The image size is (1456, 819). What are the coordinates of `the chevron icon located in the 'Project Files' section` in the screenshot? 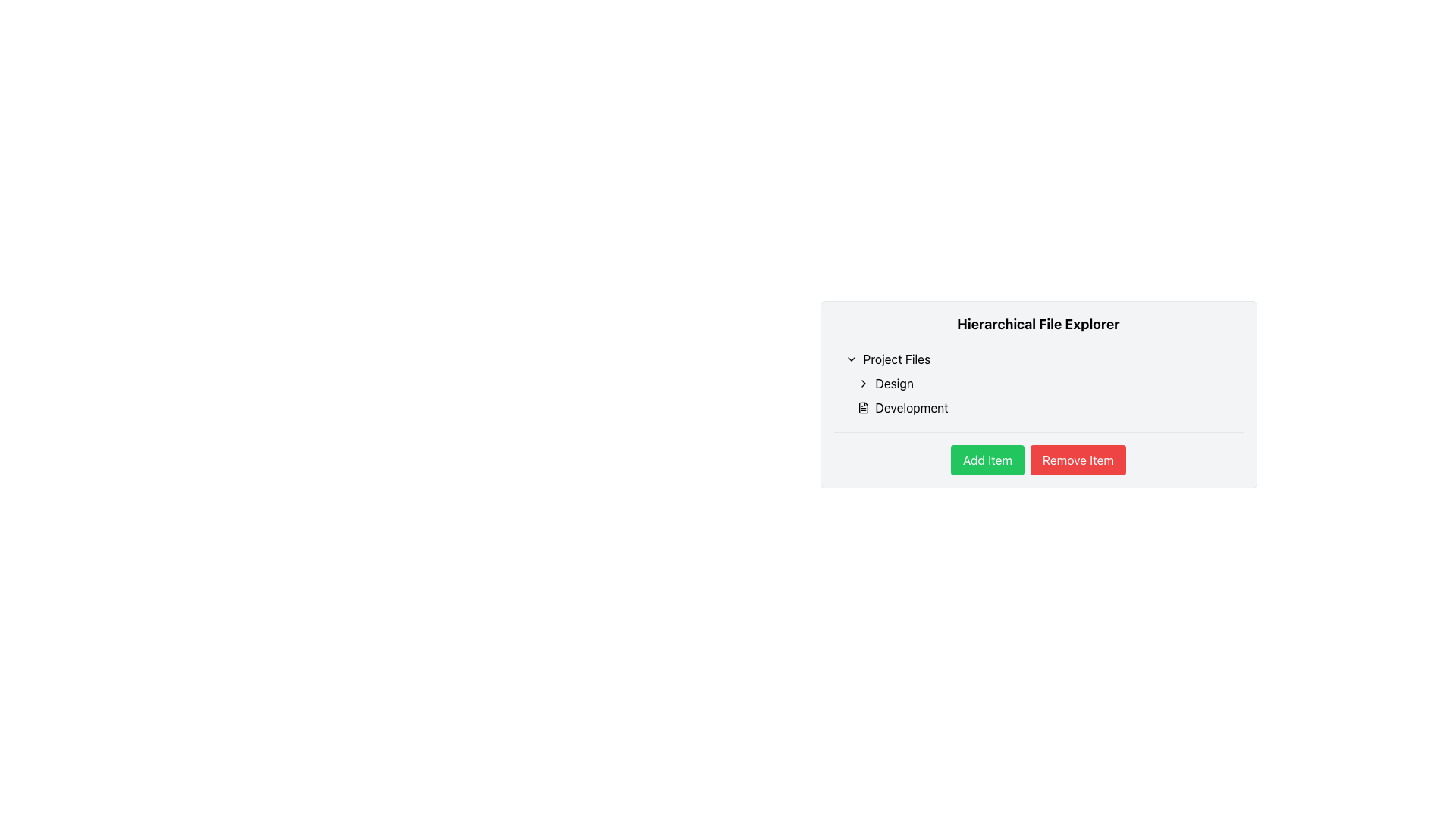 It's located at (851, 359).